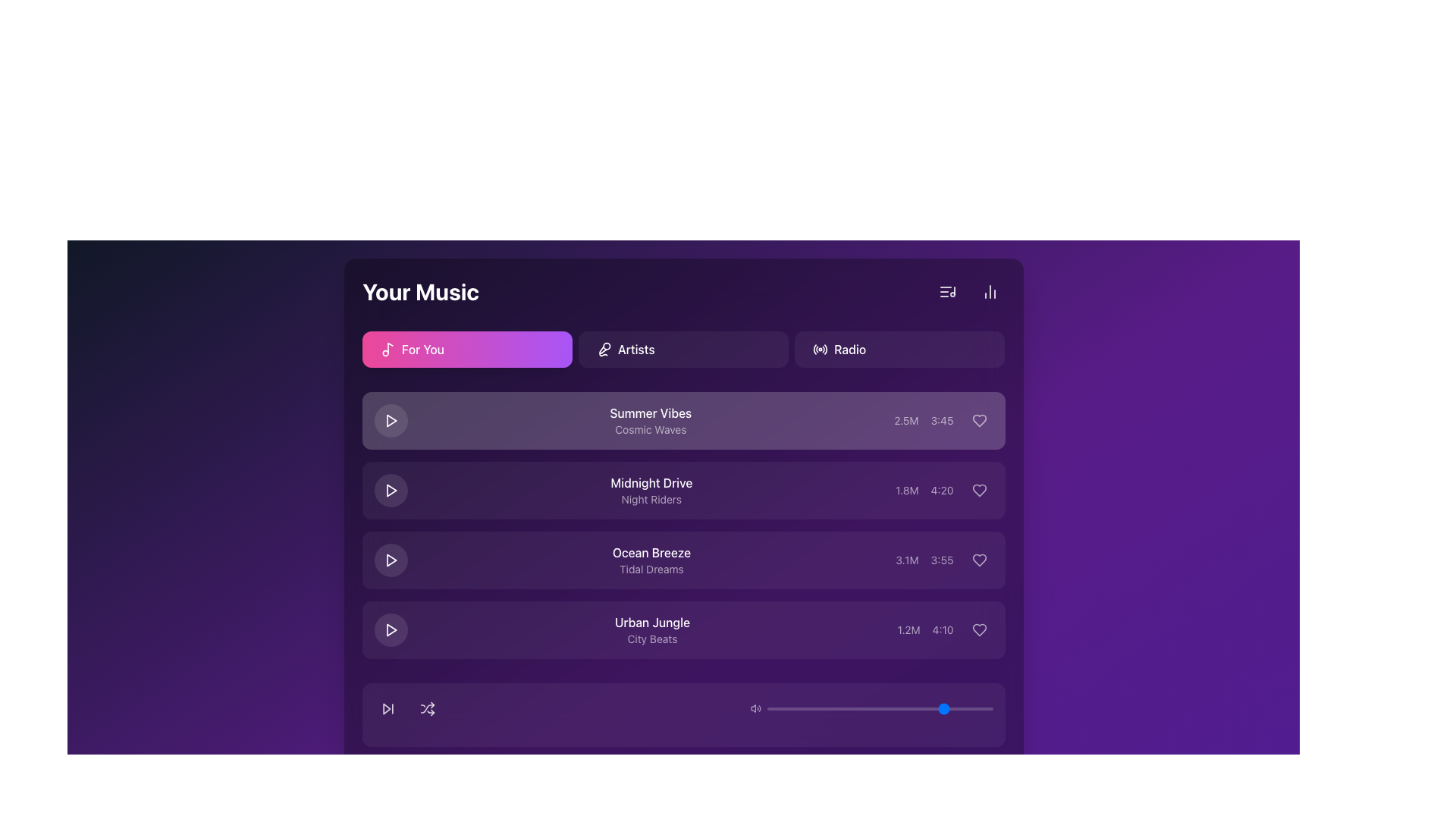 This screenshot has height=819, width=1456. What do you see at coordinates (943, 560) in the screenshot?
I see `the Informational component consisting of the text '3.1M' and '3:55', along with the heart icon, located in the lower-right corner of the row for the song 'Ocean Breeze'` at bounding box center [943, 560].